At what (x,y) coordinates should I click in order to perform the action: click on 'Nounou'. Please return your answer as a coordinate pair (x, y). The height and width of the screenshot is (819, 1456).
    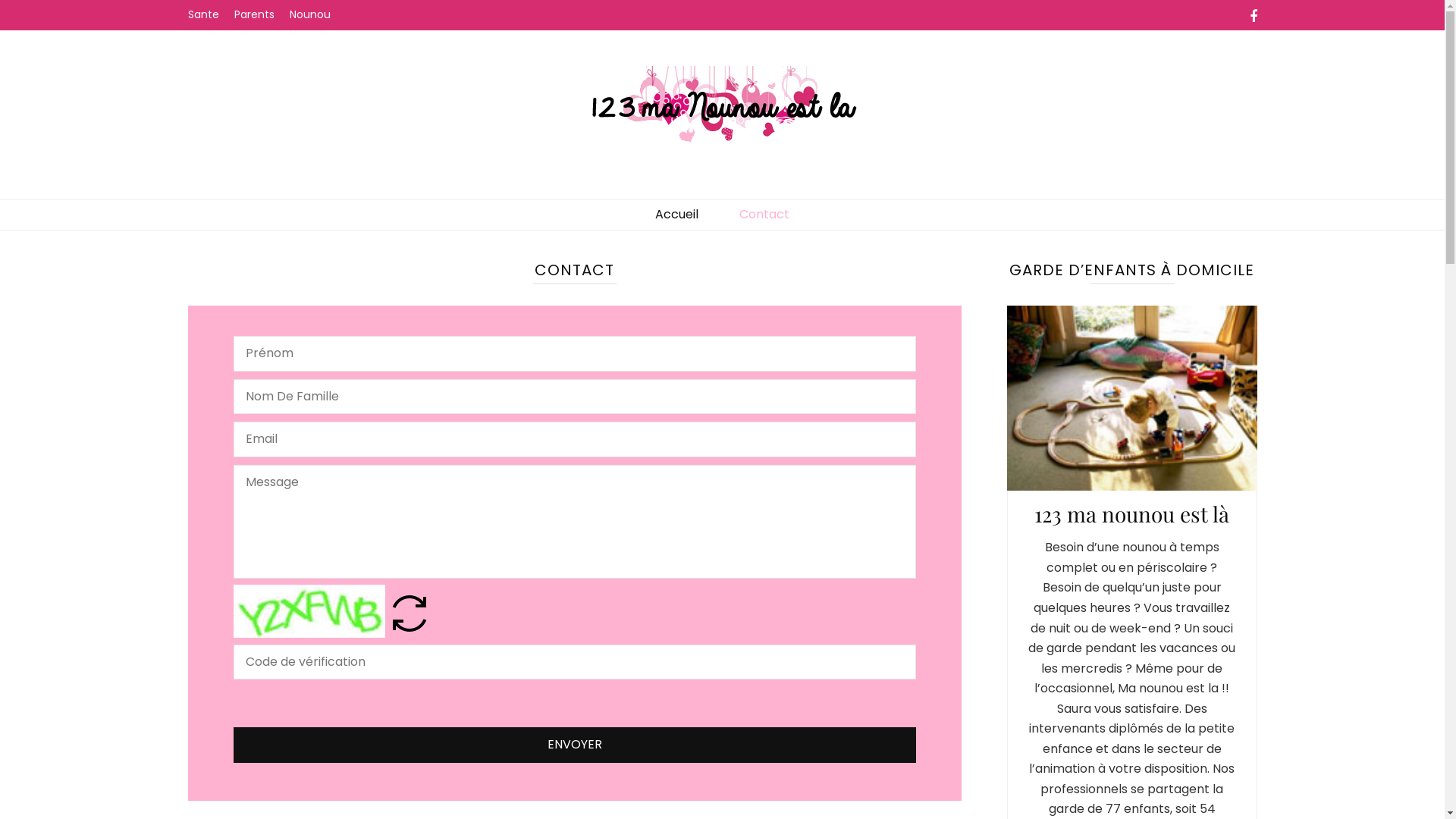
    Looking at the image, I should click on (290, 14).